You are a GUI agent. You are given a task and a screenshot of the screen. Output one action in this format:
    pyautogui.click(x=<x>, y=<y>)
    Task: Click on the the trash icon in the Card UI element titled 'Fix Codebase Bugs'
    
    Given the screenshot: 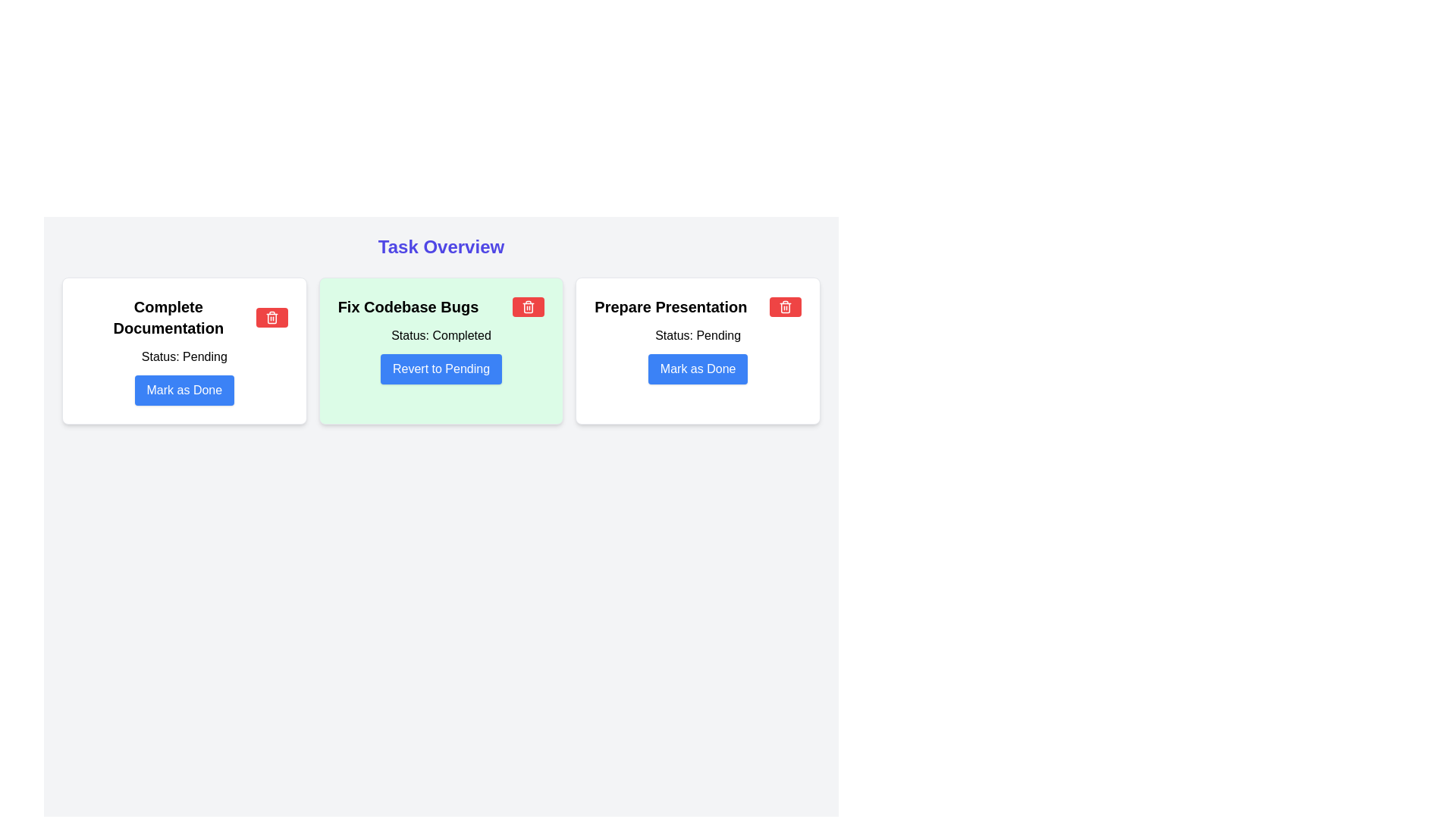 What is the action you would take?
    pyautogui.click(x=440, y=350)
    